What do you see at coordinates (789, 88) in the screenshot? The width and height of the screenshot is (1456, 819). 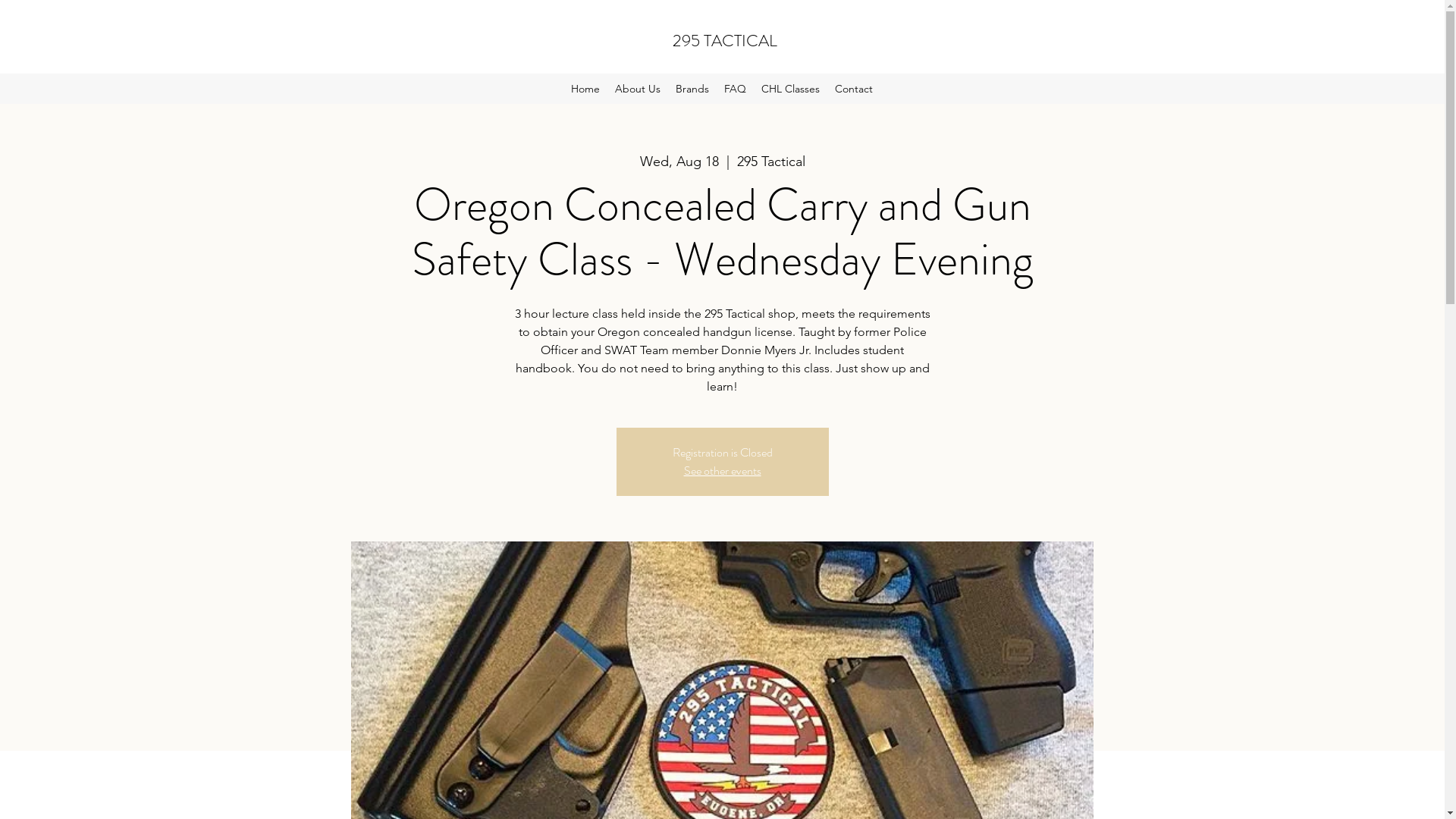 I see `'CHL Classes'` at bounding box center [789, 88].